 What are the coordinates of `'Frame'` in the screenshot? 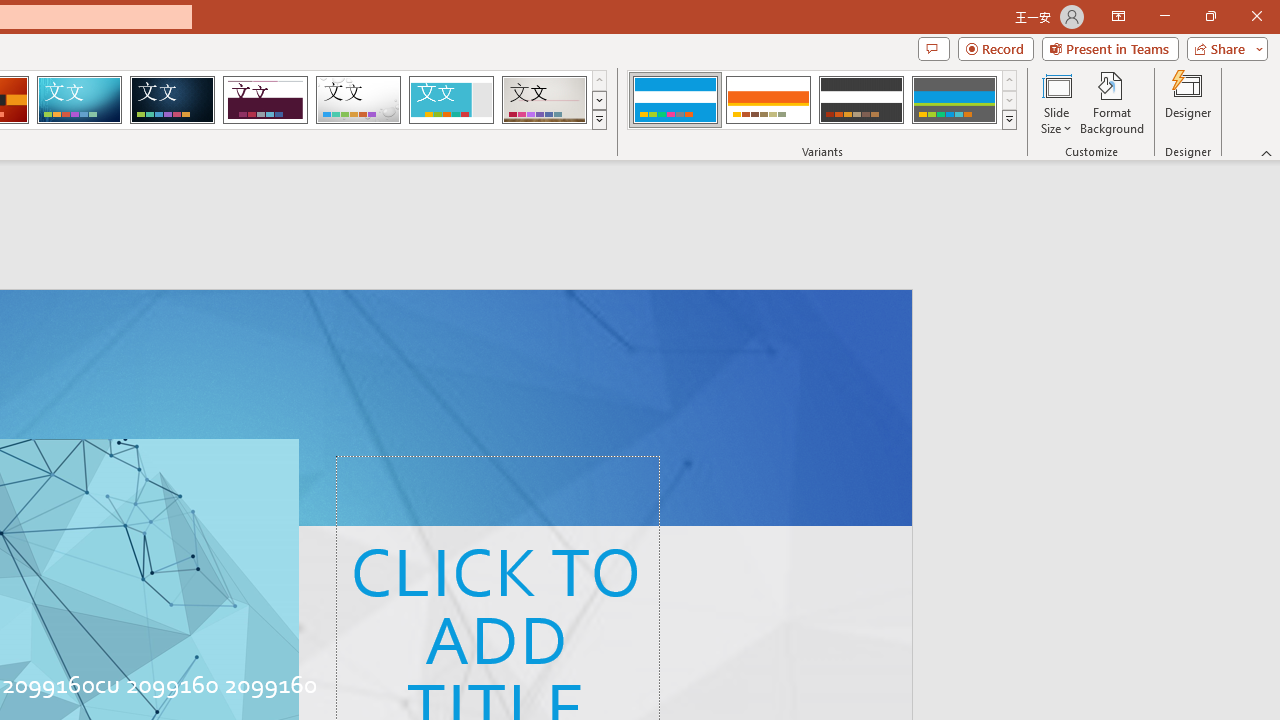 It's located at (450, 100).